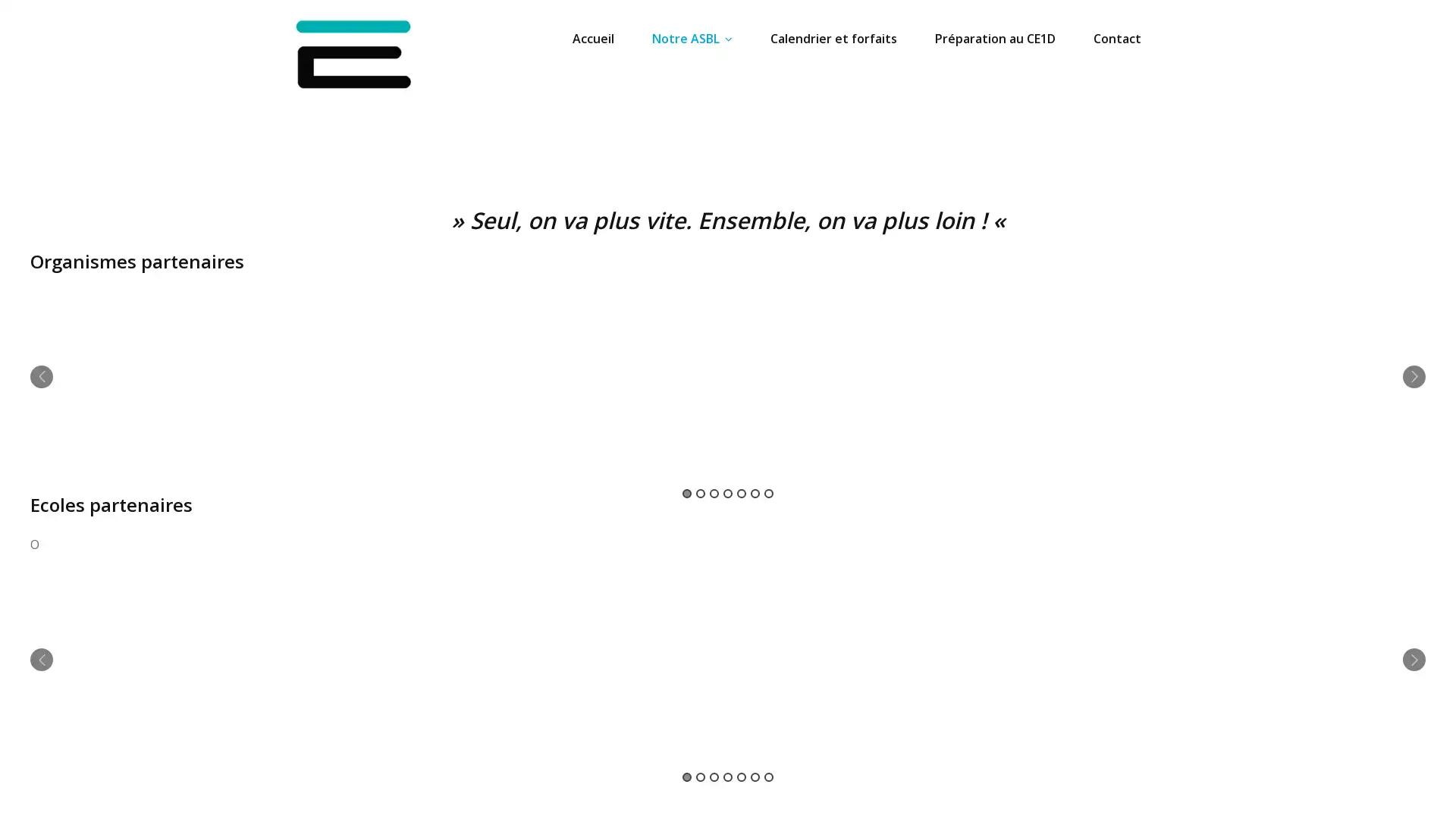 The image size is (1456, 819). What do you see at coordinates (41, 659) in the screenshot?
I see `Previous` at bounding box center [41, 659].